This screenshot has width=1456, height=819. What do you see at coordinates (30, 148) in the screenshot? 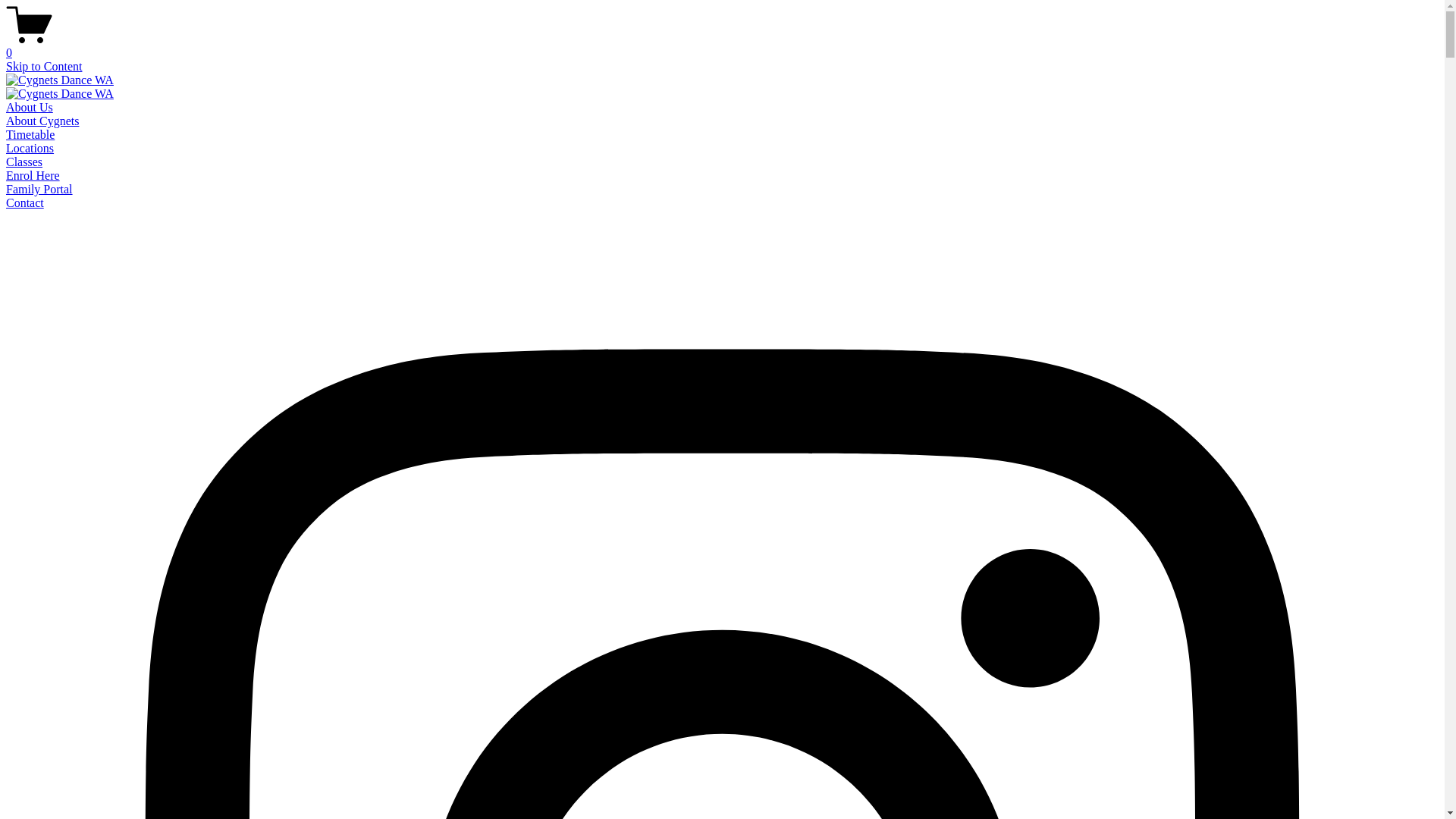
I see `'Locations'` at bounding box center [30, 148].